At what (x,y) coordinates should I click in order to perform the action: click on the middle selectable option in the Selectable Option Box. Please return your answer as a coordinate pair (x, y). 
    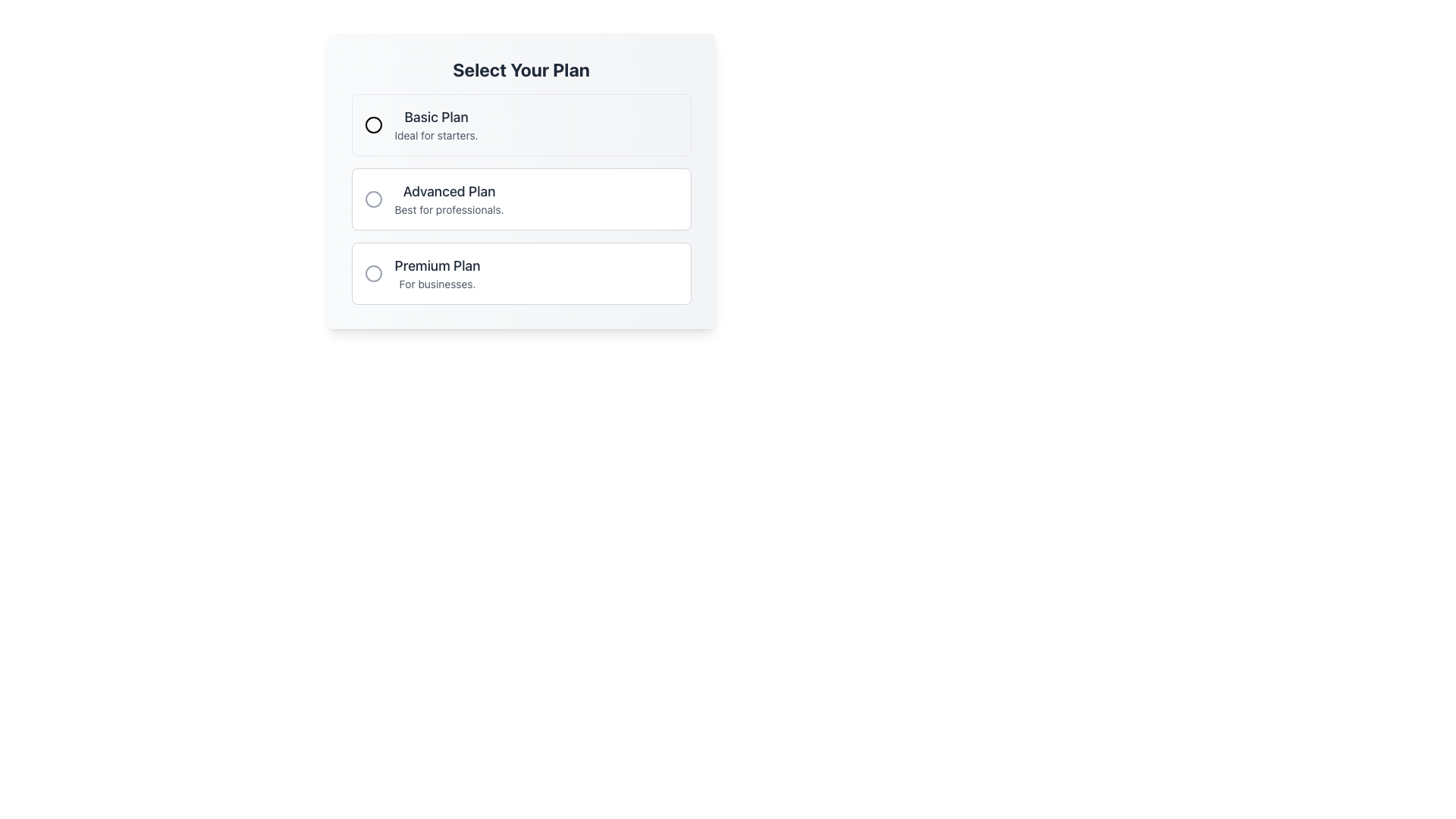
    Looking at the image, I should click on (521, 180).